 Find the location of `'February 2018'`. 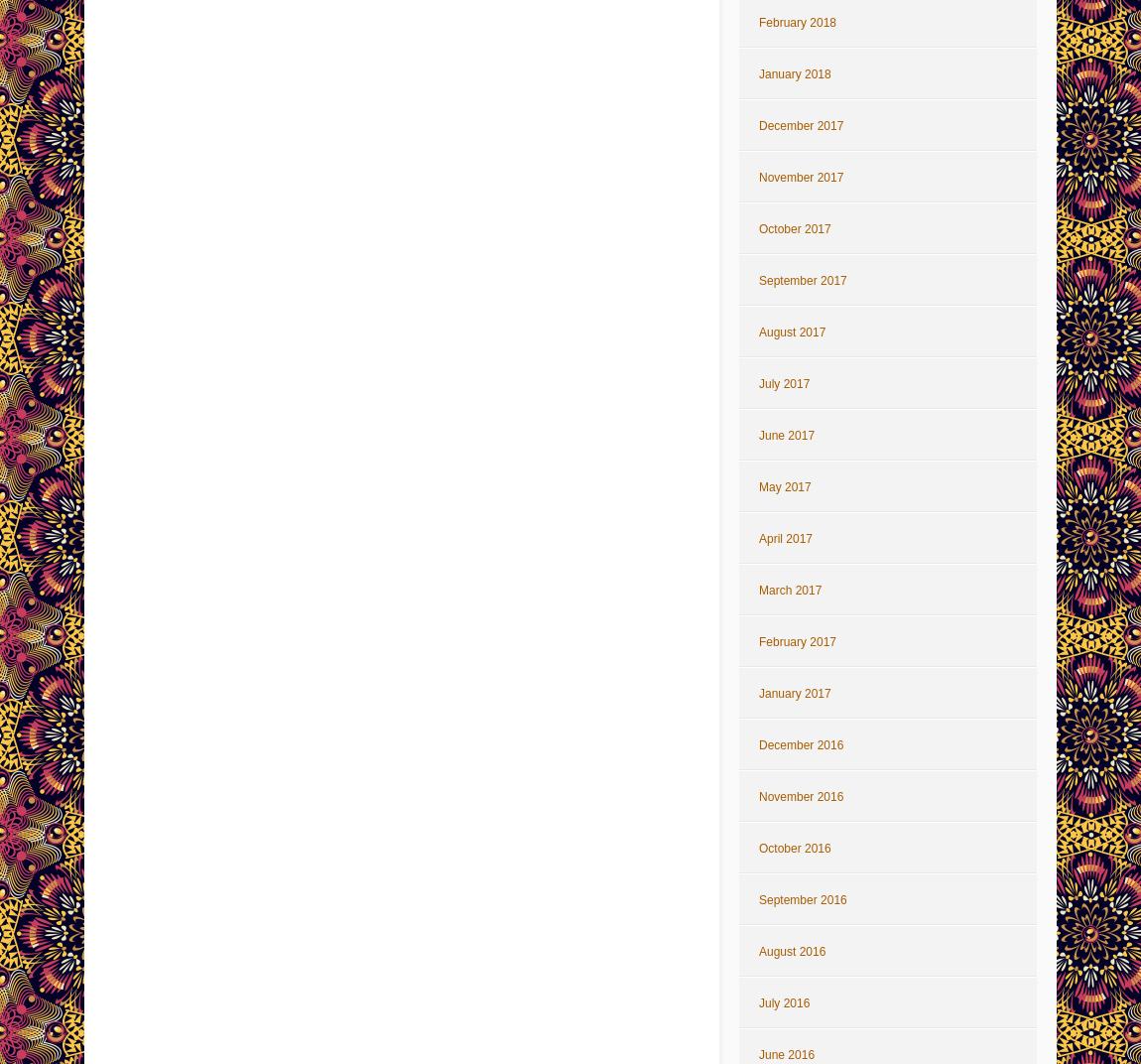

'February 2018' is located at coordinates (796, 22).